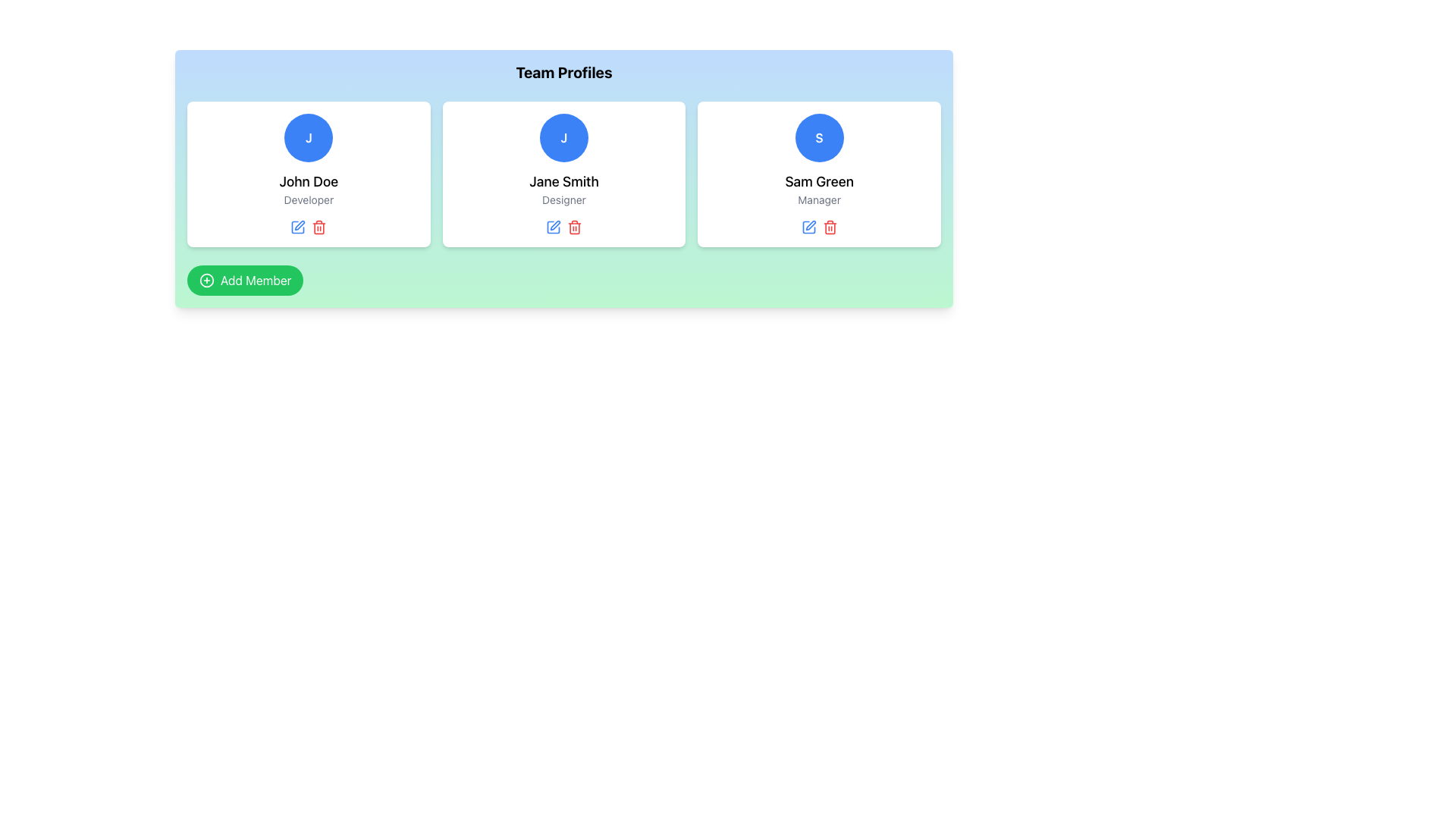  What do you see at coordinates (245, 281) in the screenshot?
I see `the 'Add New Member' button located below the first profile card (John Doe) in the 'Team Profiles' section by` at bounding box center [245, 281].